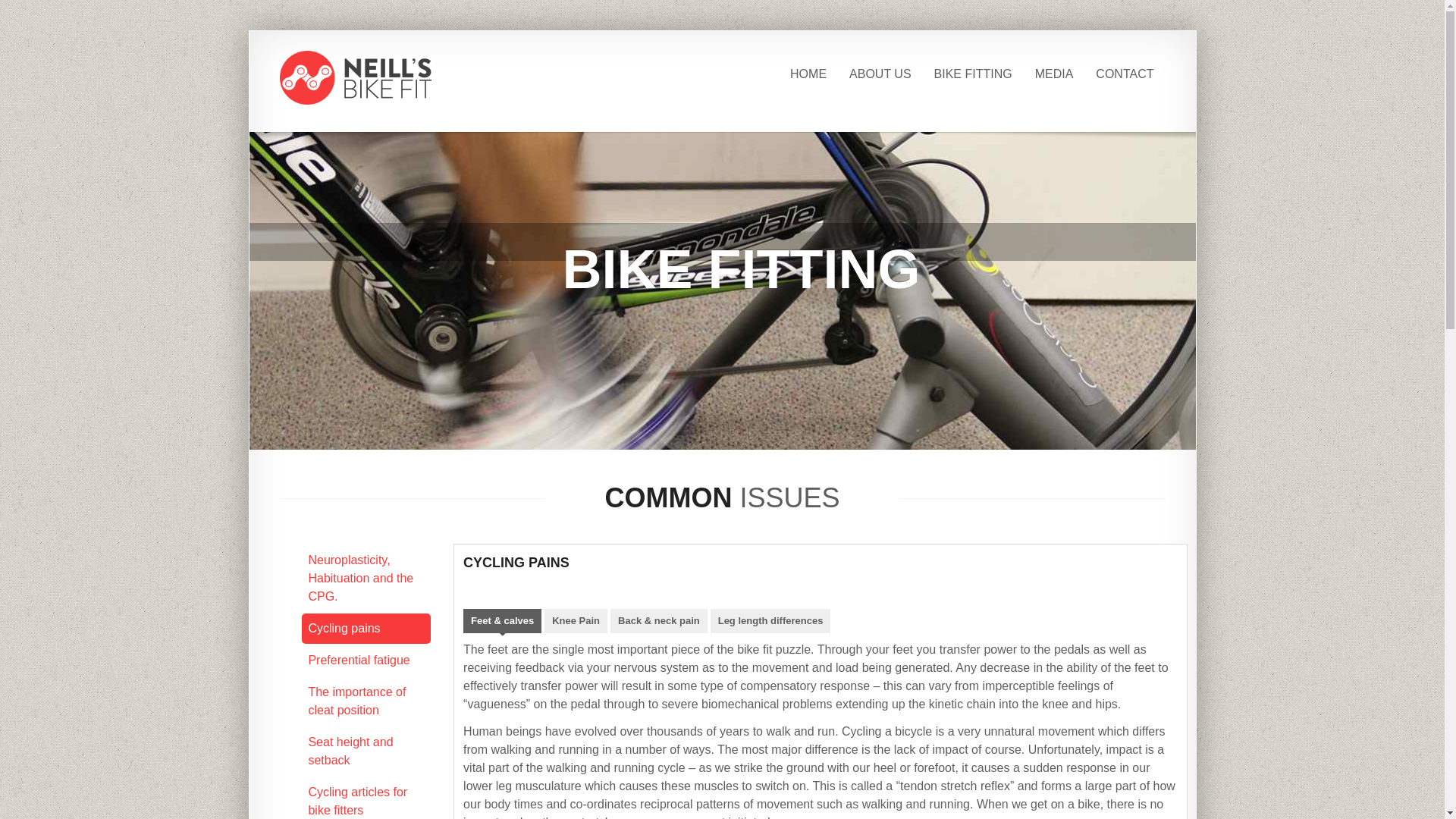  Describe the element at coordinates (356, 701) in the screenshot. I see `'The importance of cleat position'` at that location.